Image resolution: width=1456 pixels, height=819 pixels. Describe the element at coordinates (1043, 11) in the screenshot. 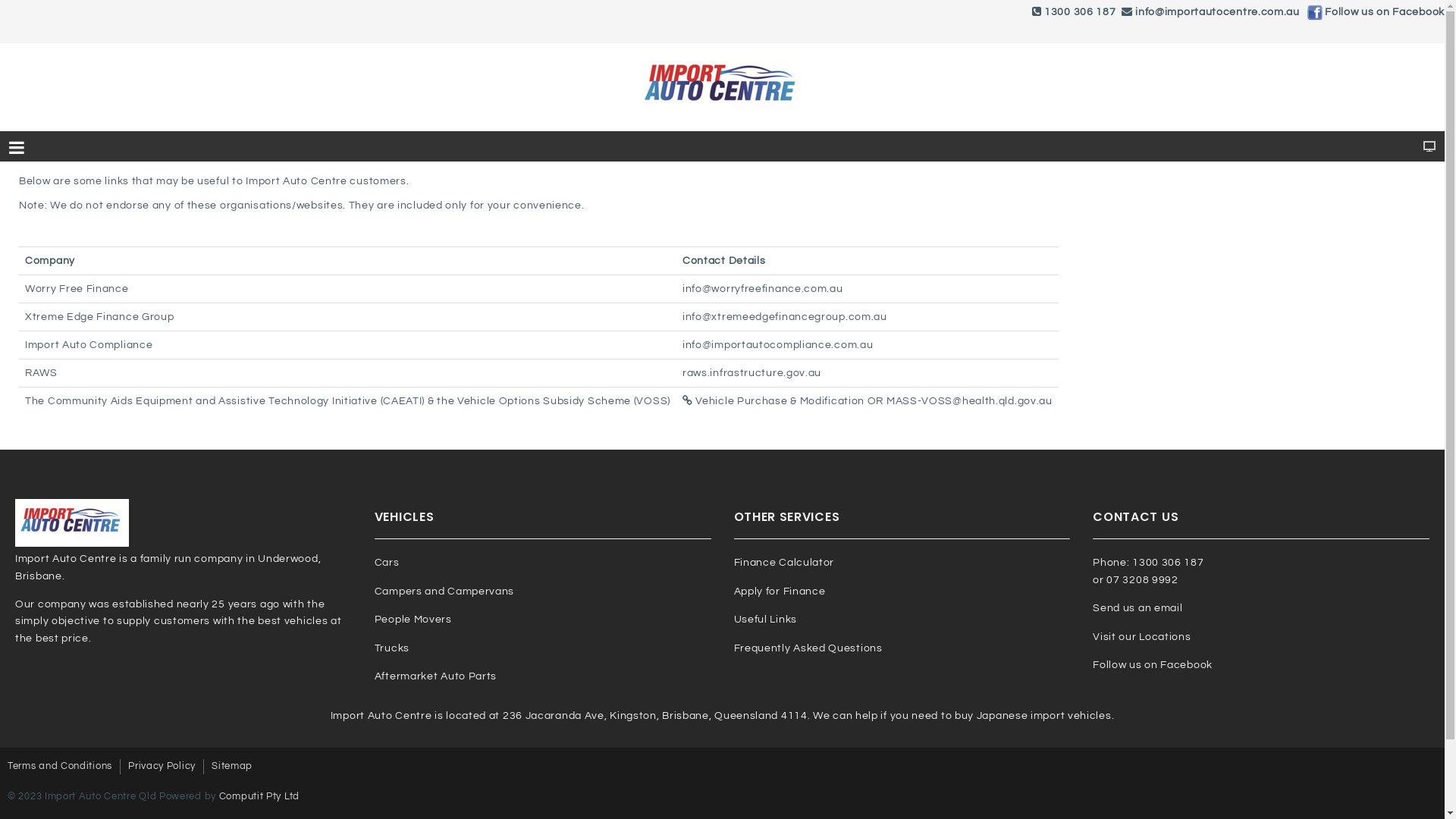

I see `'1300 306 187'` at that location.